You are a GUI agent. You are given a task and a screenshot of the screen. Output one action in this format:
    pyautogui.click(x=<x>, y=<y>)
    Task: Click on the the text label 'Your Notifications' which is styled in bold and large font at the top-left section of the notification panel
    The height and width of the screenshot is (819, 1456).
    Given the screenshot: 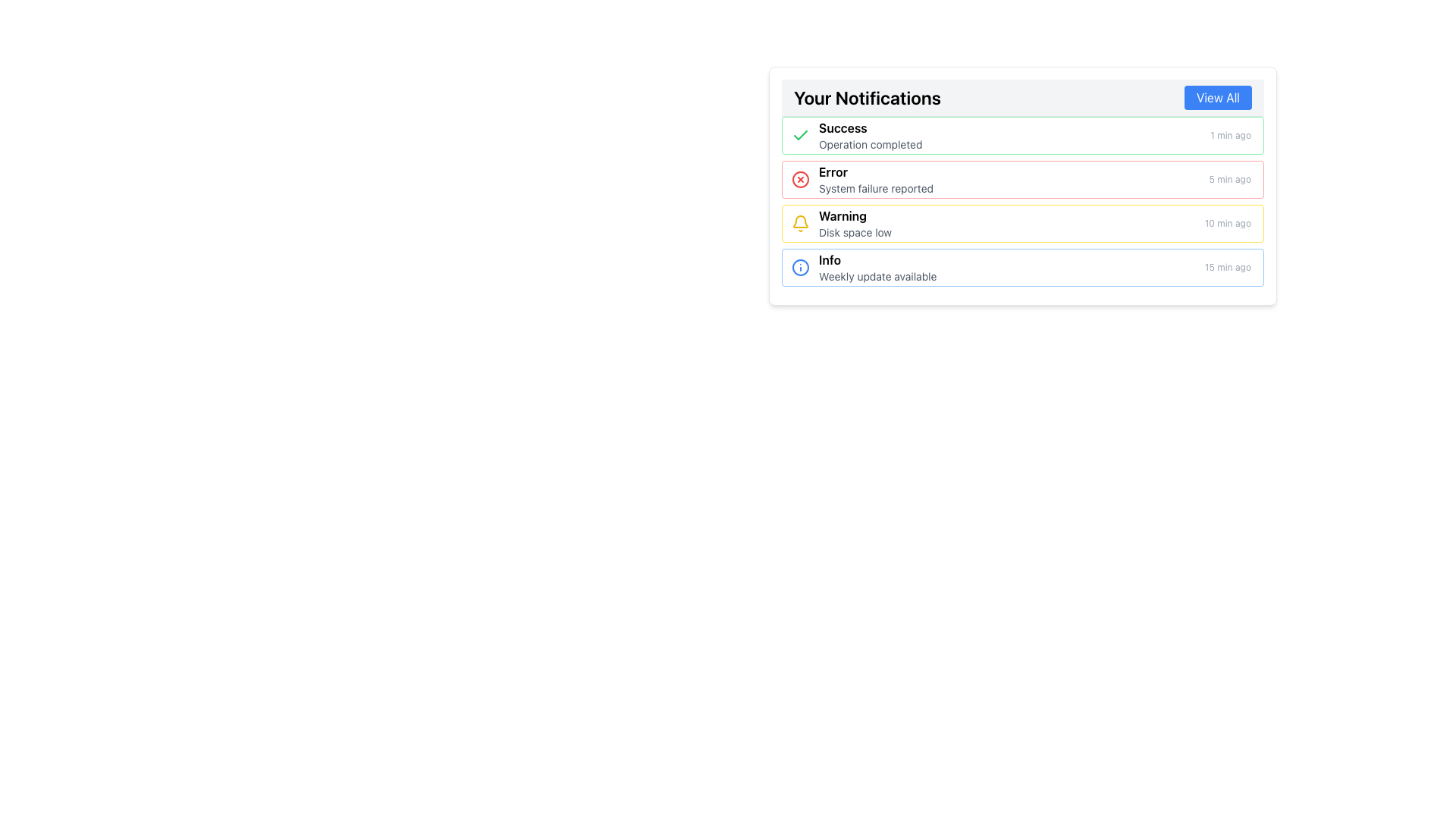 What is the action you would take?
    pyautogui.click(x=867, y=97)
    